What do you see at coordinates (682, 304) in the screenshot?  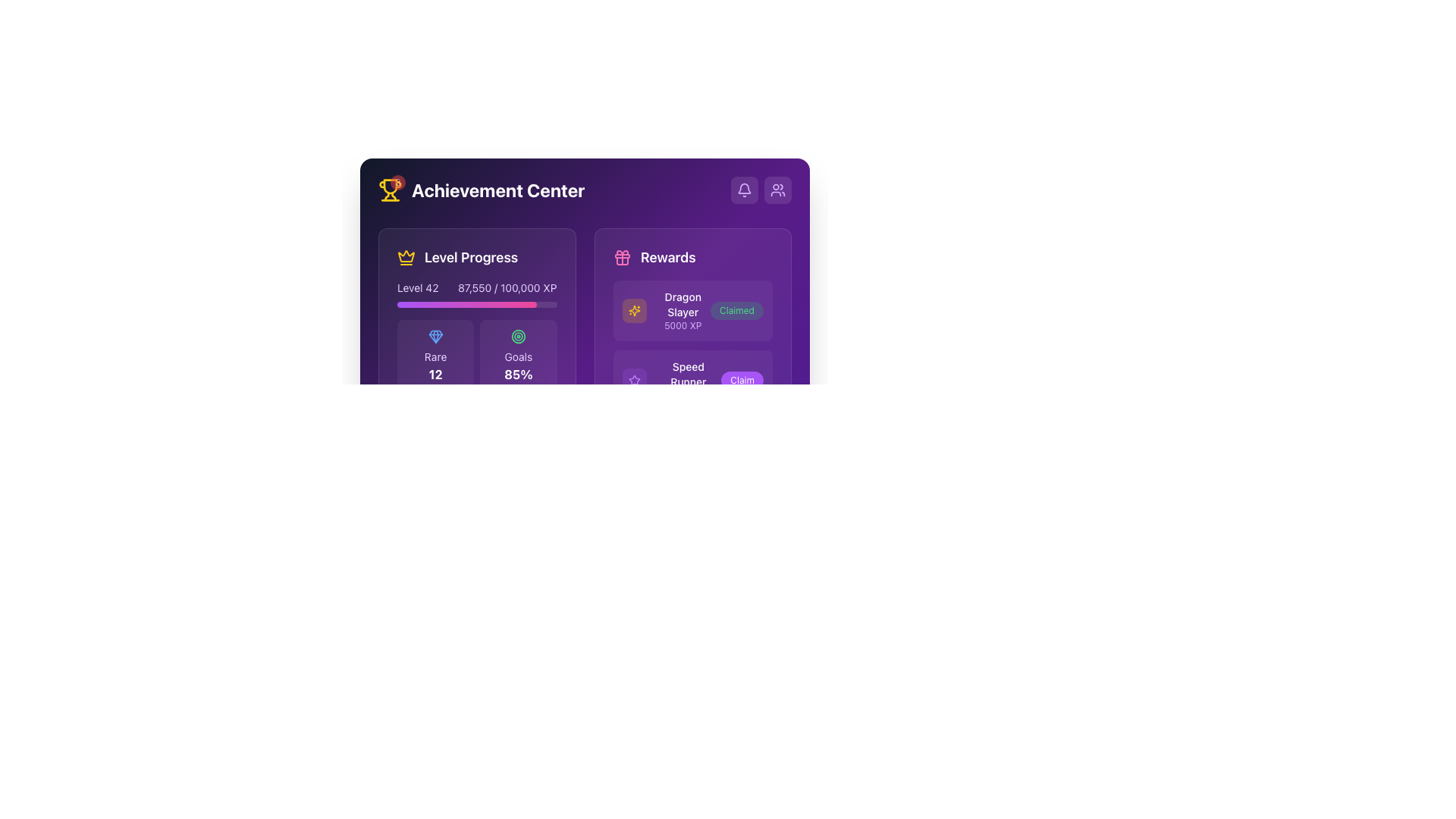 I see `the static text display labeled 'Dragon Slayer' in bold white font against a purple background, located in the 'Rewards' section` at bounding box center [682, 304].